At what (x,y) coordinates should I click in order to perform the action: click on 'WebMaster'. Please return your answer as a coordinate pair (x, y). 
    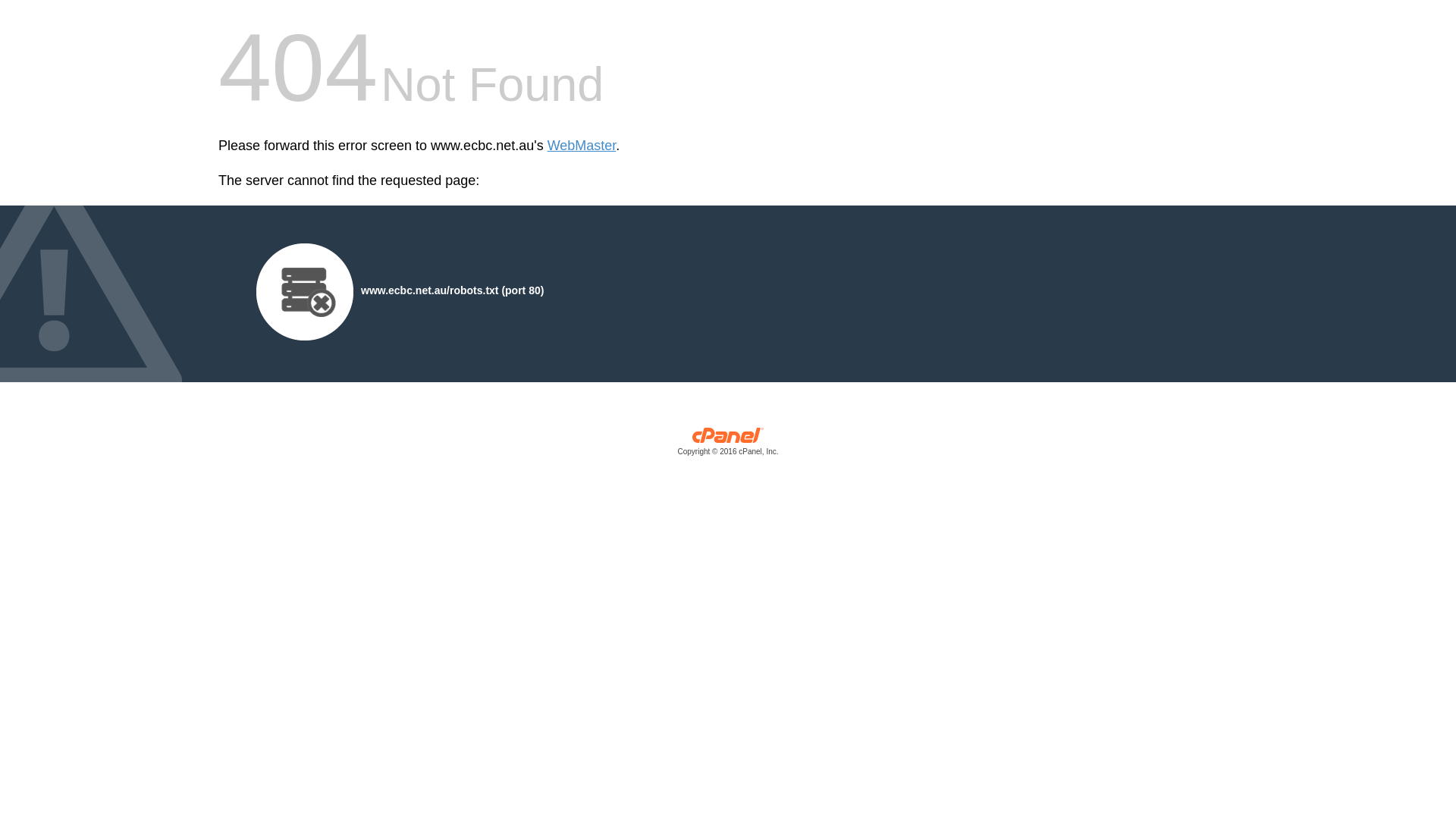
    Looking at the image, I should click on (581, 146).